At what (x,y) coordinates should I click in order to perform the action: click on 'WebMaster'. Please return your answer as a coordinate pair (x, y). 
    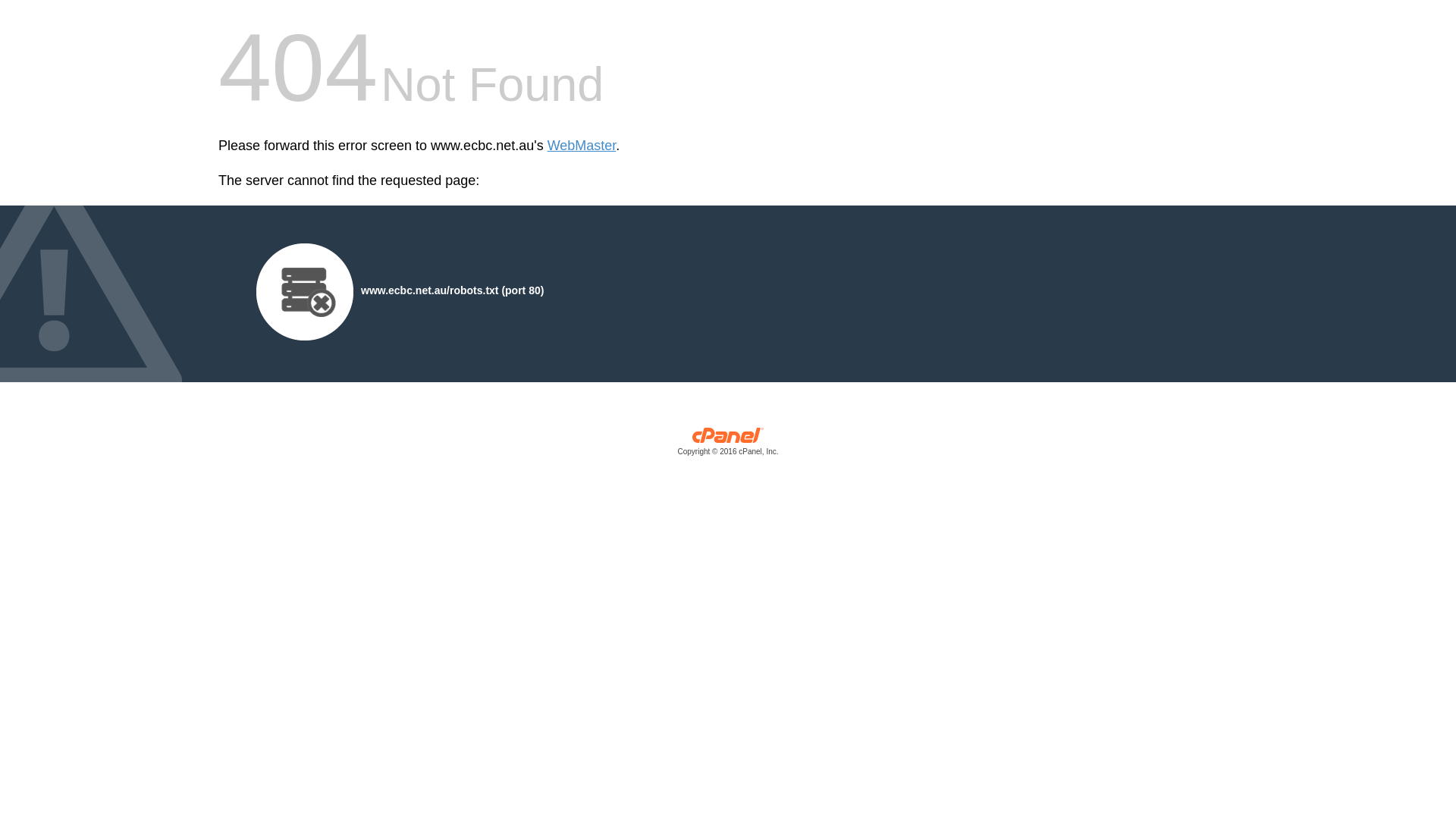
    Looking at the image, I should click on (581, 146).